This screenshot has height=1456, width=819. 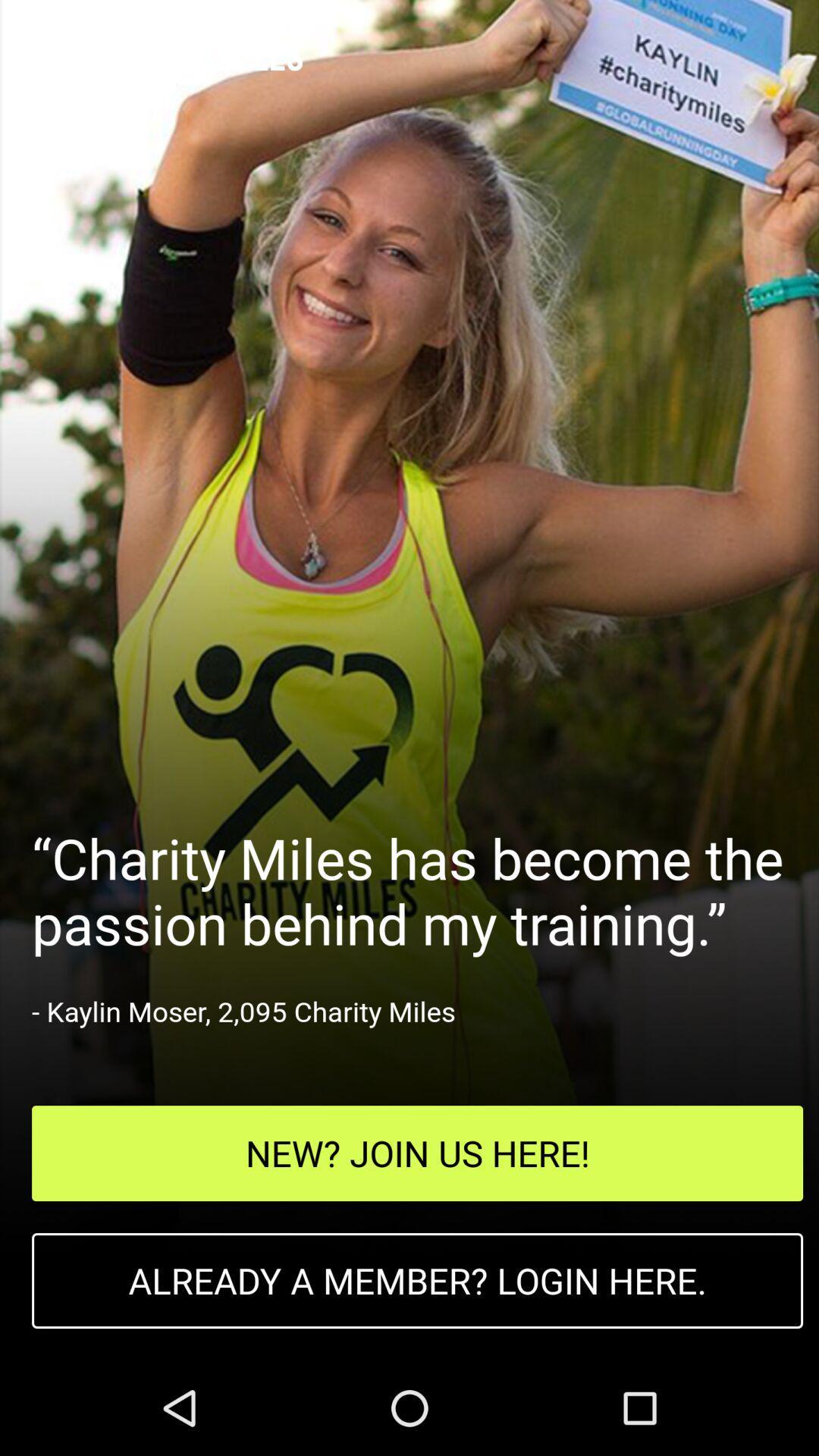 I want to click on the icon above the already a member item, so click(x=417, y=1153).